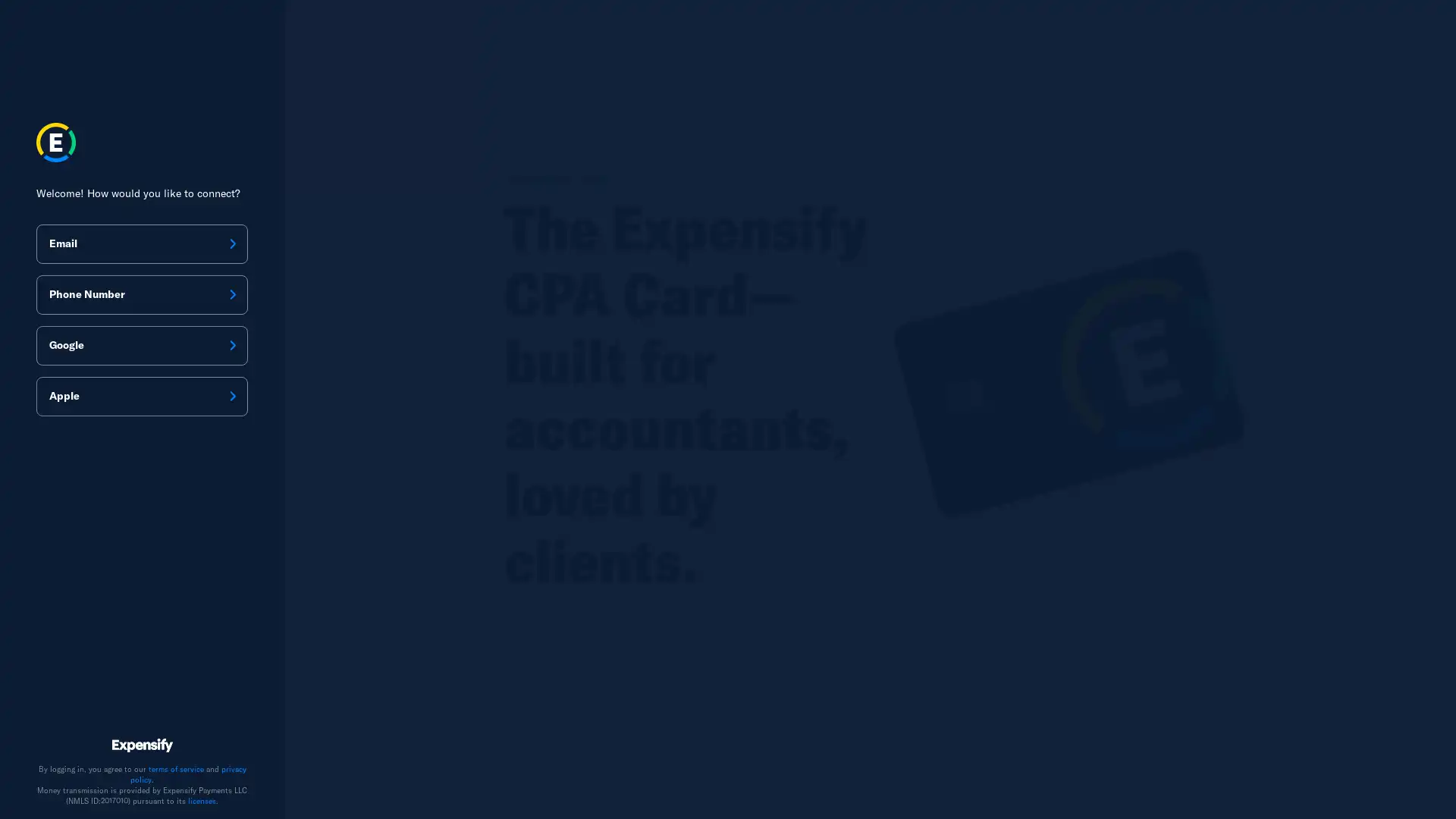  What do you see at coordinates (142, 345) in the screenshot?
I see `Google` at bounding box center [142, 345].